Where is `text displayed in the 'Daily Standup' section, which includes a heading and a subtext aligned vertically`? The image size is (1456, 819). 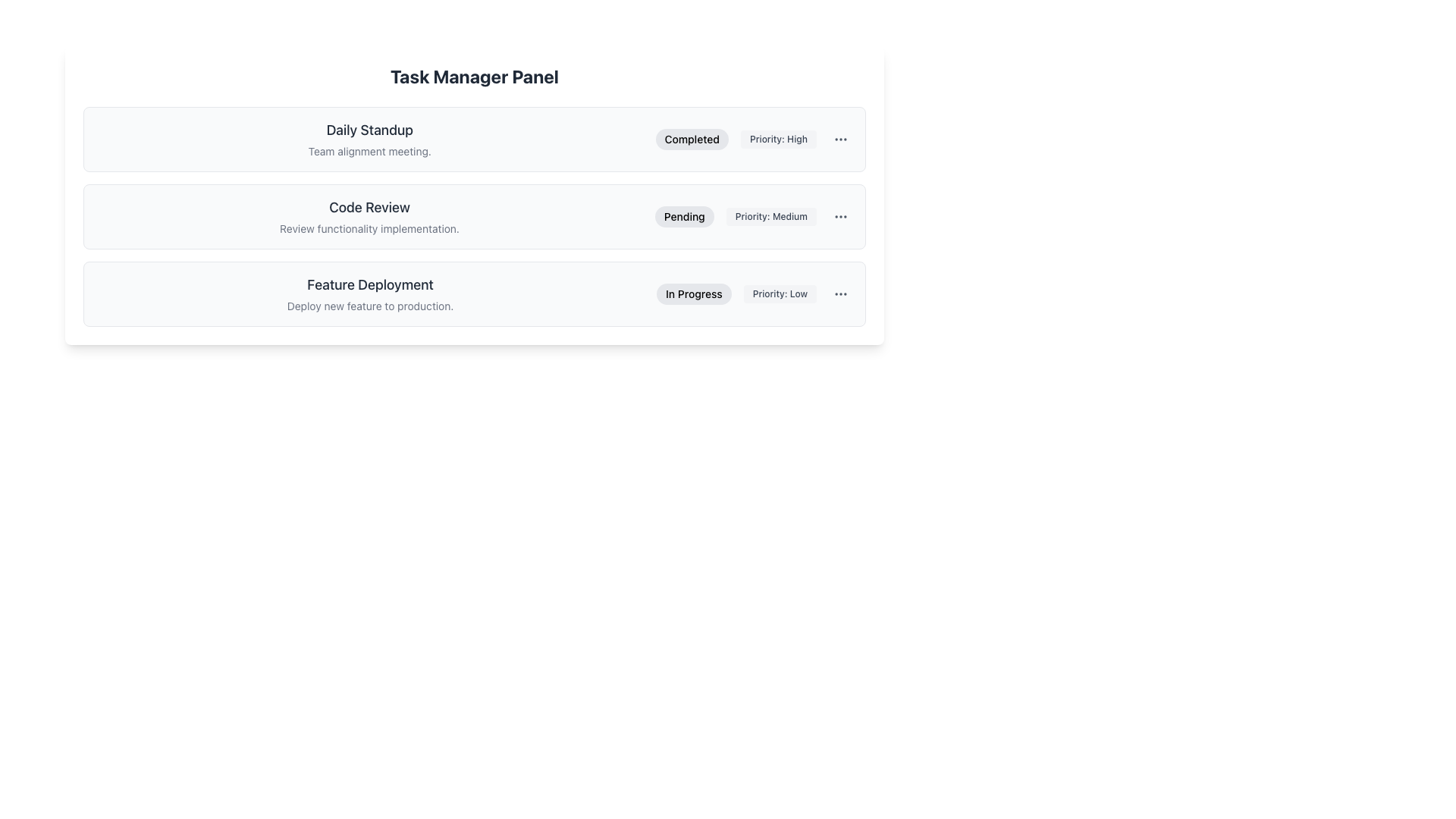
text displayed in the 'Daily Standup' section, which includes a heading and a subtext aligned vertically is located at coordinates (369, 140).